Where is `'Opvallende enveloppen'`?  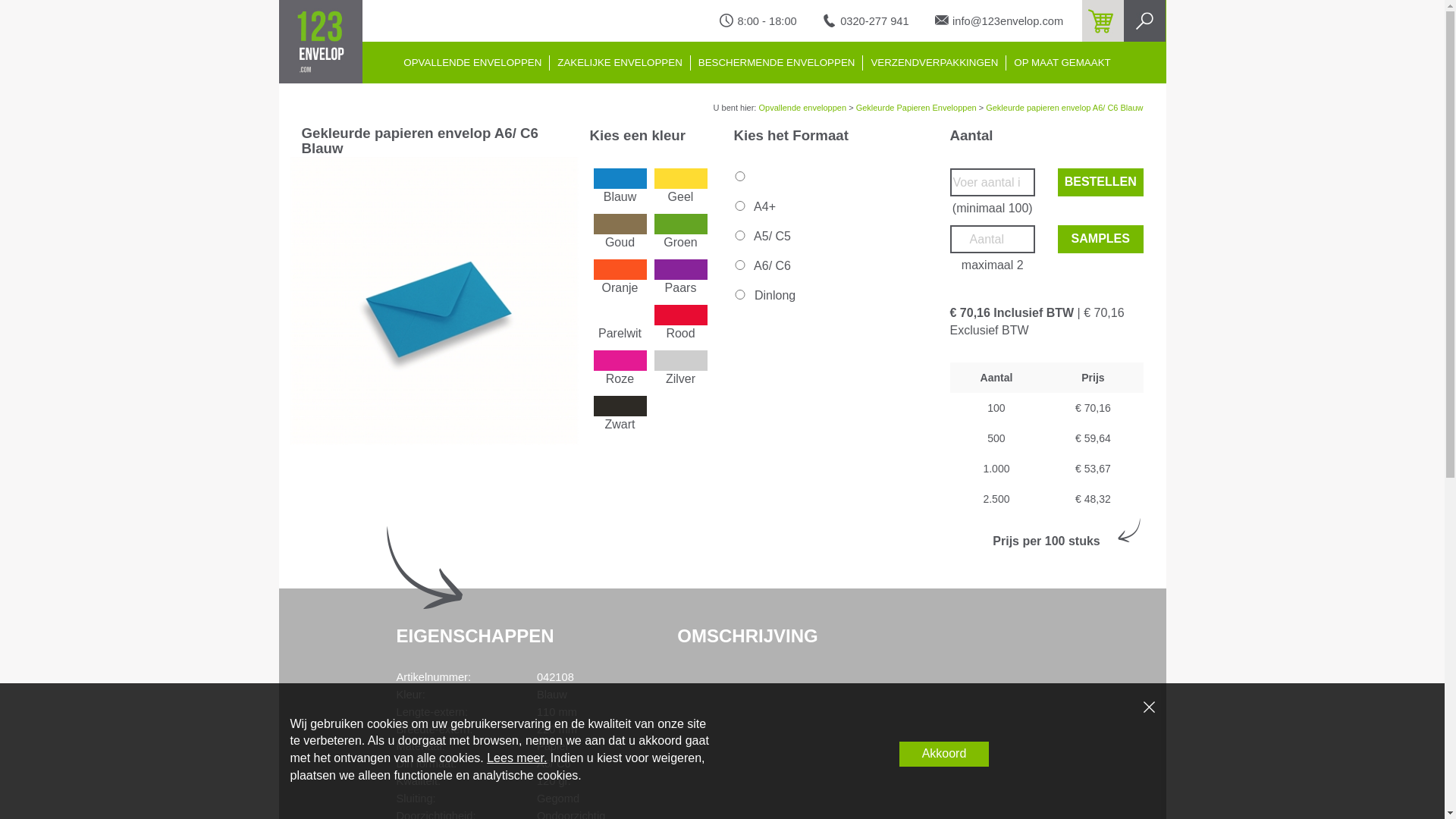 'Opvallende enveloppen' is located at coordinates (801, 107).